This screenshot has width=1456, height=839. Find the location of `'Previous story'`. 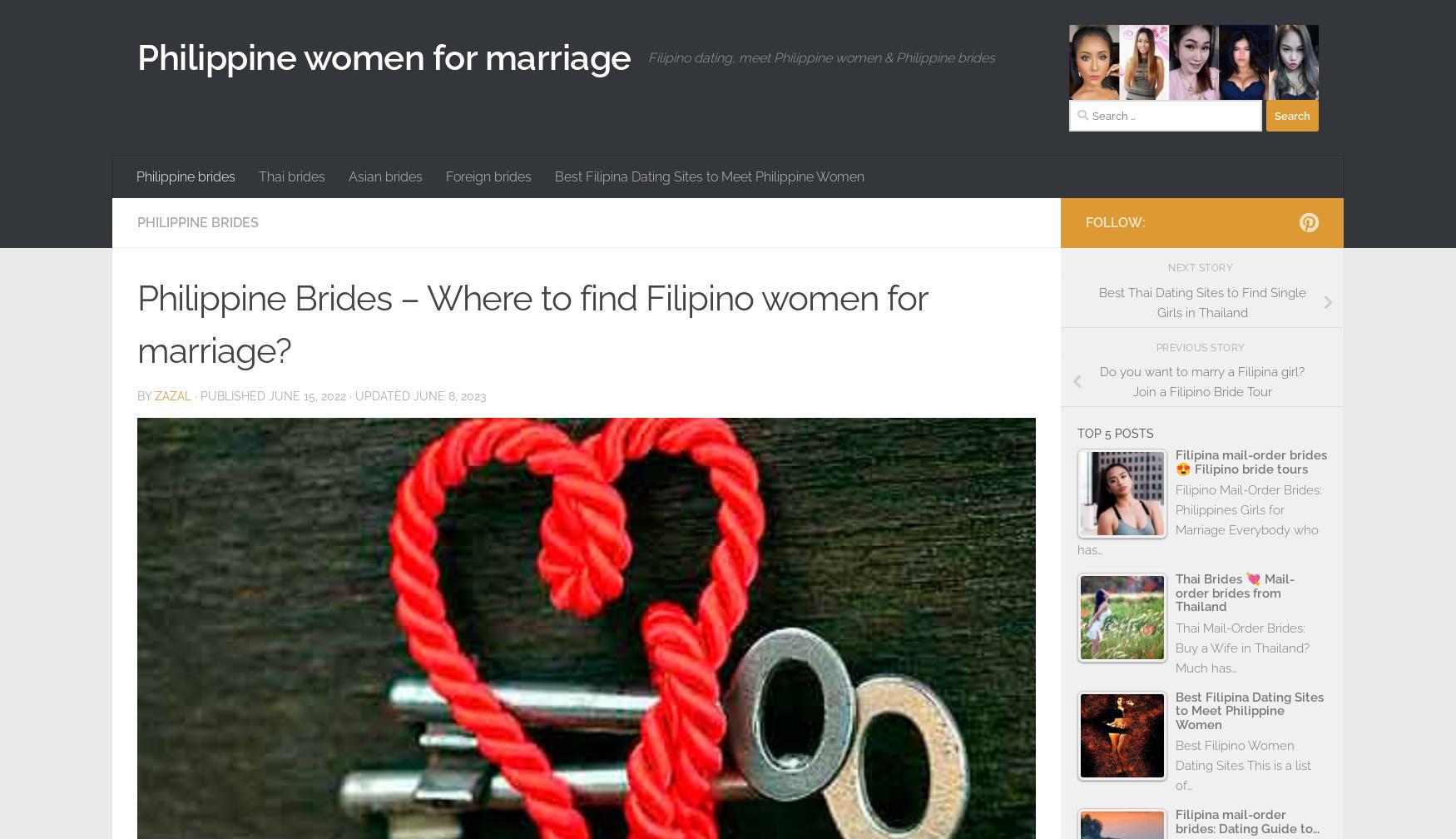

'Previous story' is located at coordinates (1201, 347).